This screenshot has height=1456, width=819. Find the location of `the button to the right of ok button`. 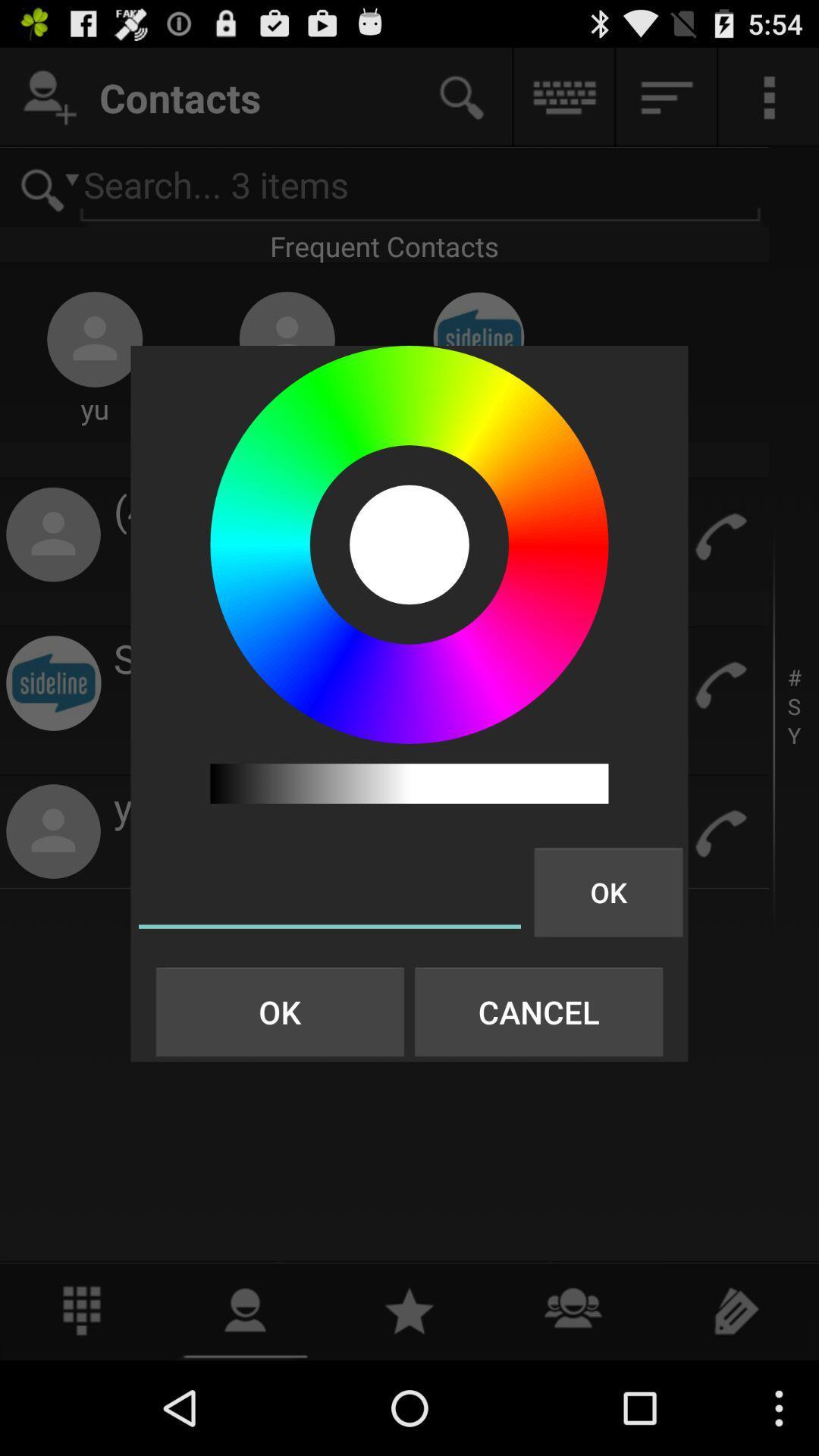

the button to the right of ok button is located at coordinates (538, 1012).